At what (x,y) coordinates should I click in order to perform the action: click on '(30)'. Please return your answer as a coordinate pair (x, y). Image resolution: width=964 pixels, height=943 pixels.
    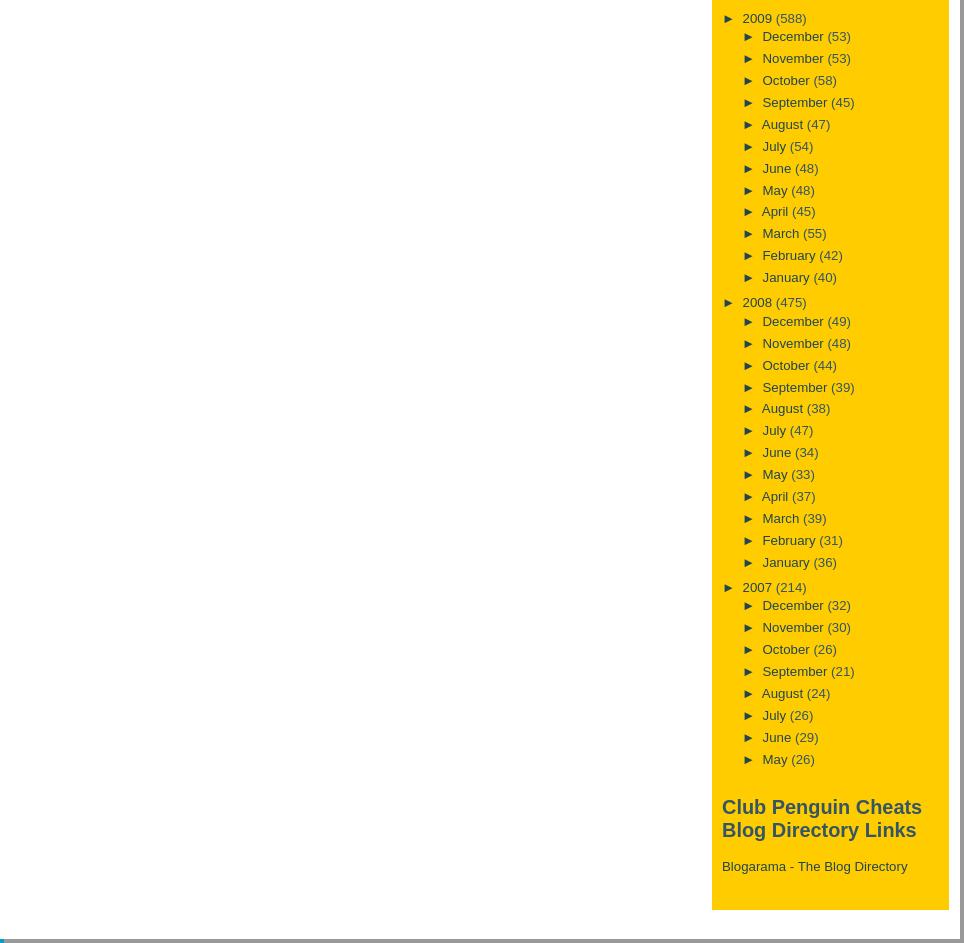
    Looking at the image, I should click on (826, 626).